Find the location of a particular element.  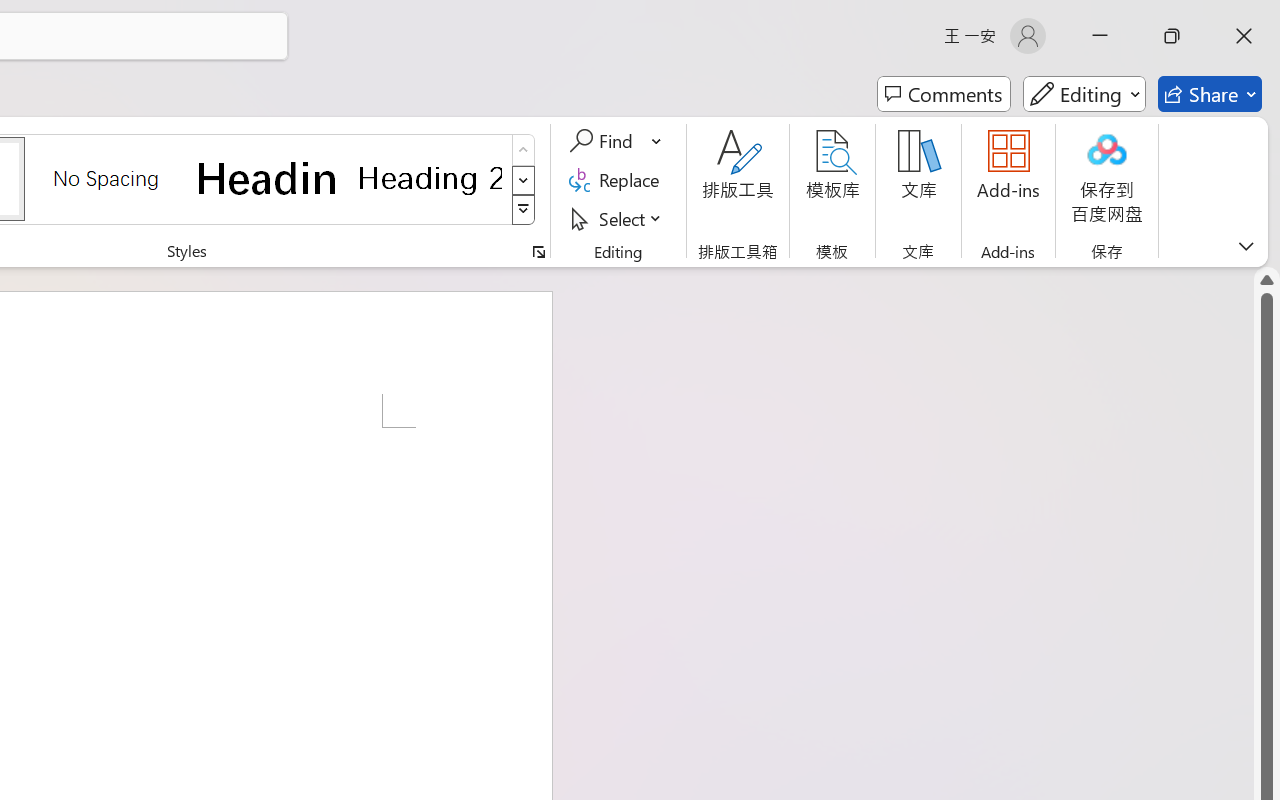

'Row Down' is located at coordinates (523, 179).